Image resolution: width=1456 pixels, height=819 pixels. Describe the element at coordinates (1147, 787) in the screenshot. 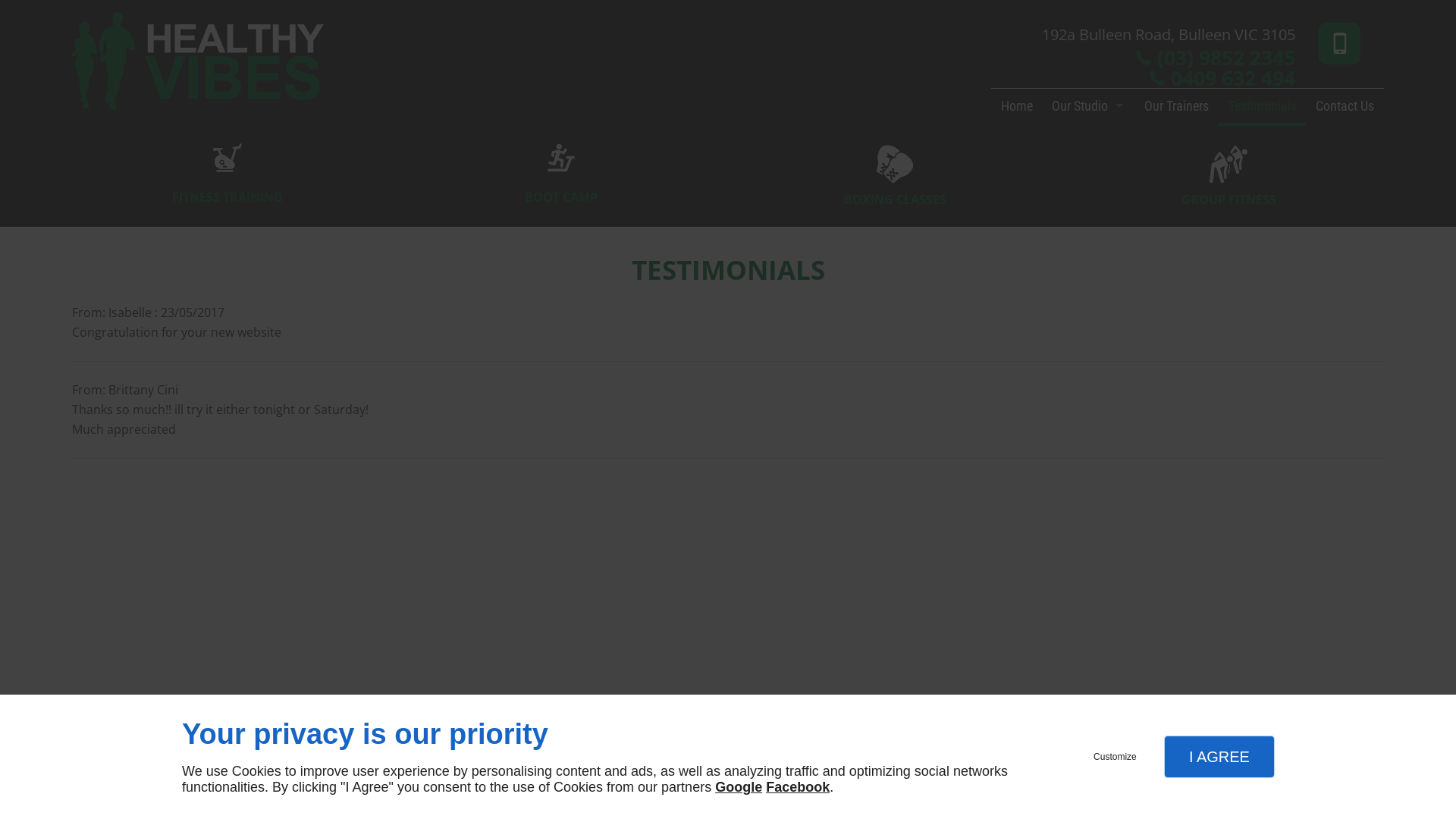

I see `'TERMS AND CONDITIONS'` at that location.